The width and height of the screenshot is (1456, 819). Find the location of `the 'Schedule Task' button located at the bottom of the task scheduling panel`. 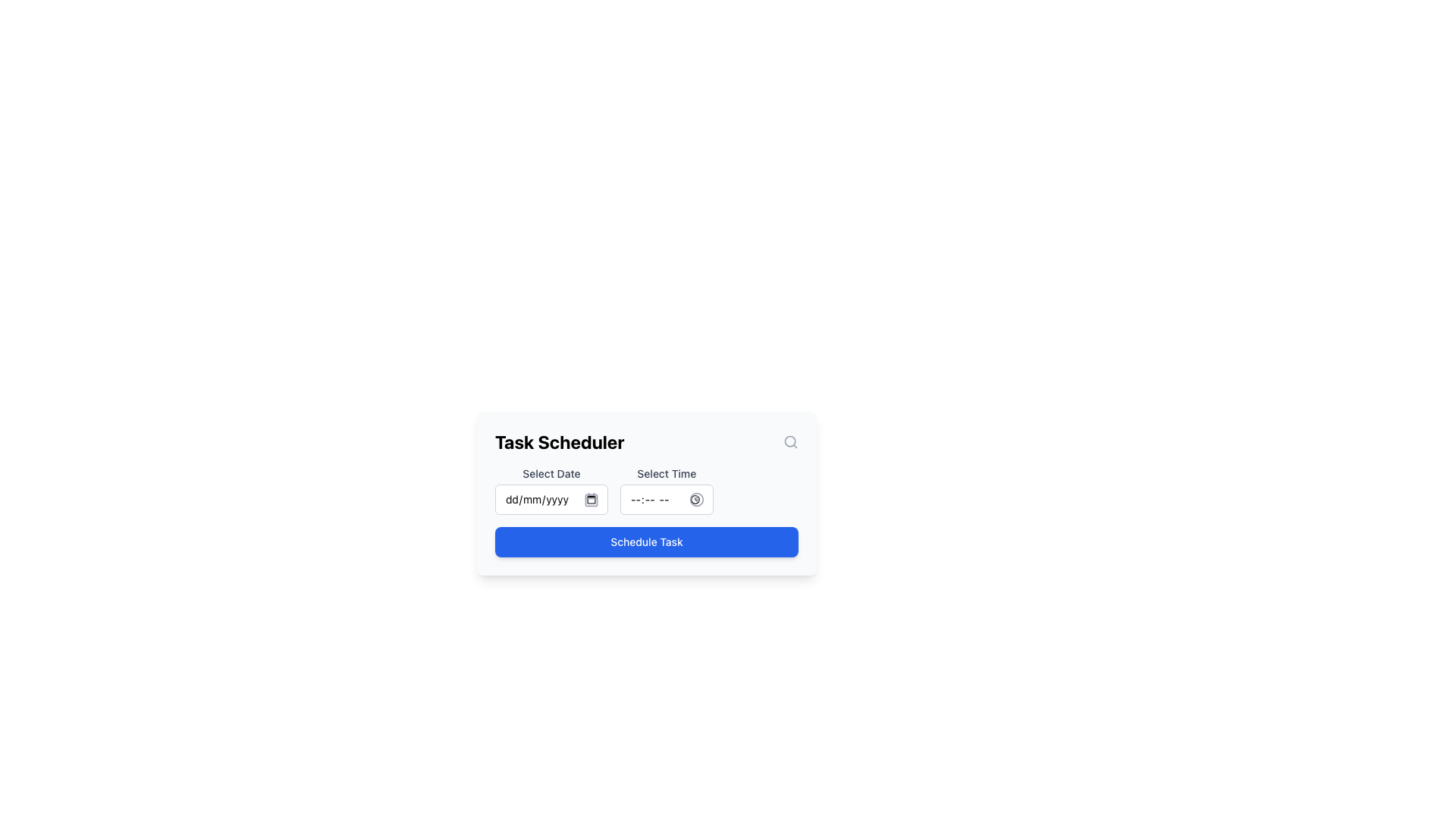

the 'Schedule Task' button located at the bottom of the task scheduling panel is located at coordinates (647, 541).